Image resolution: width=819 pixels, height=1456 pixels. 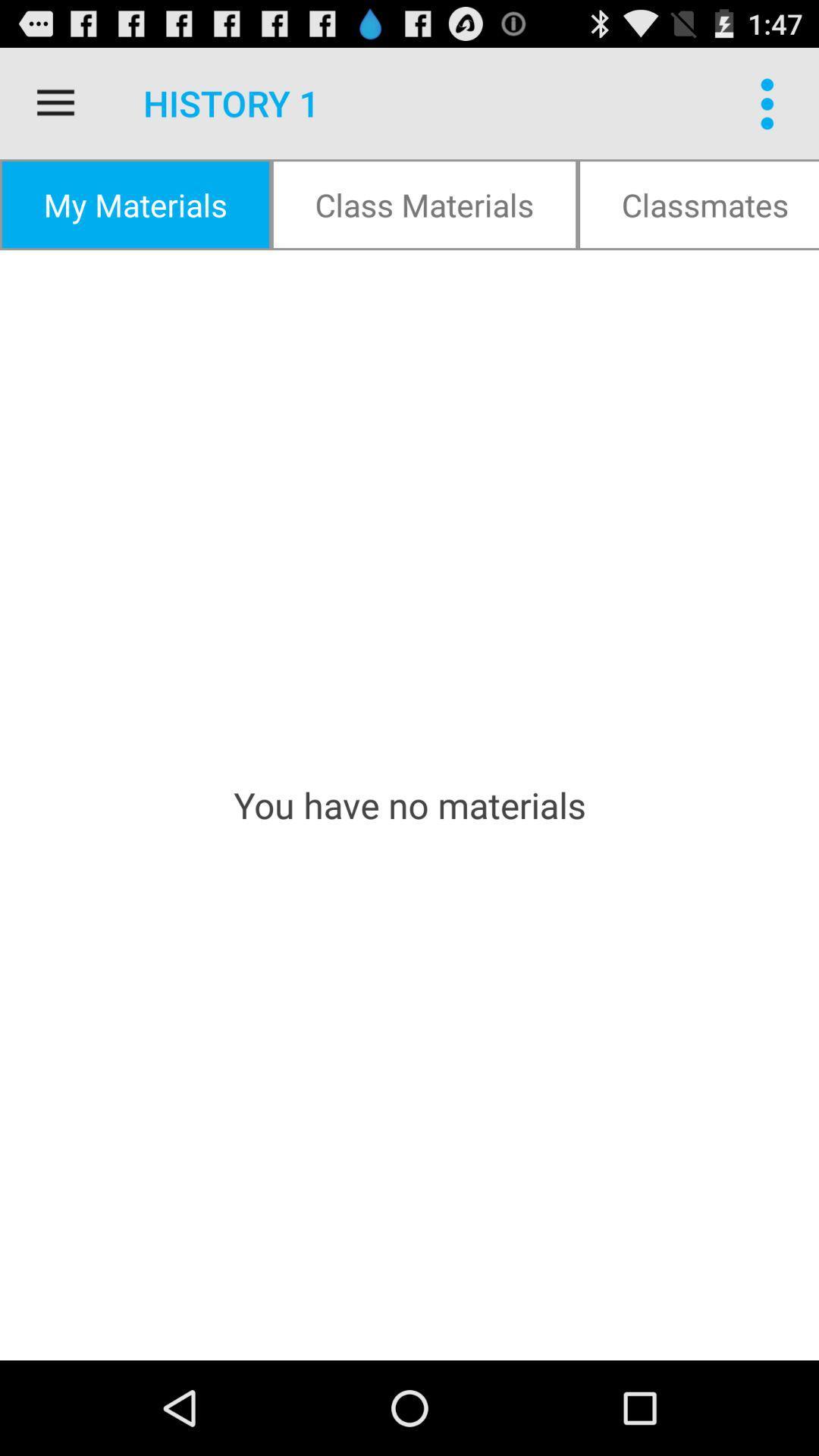 What do you see at coordinates (134, 203) in the screenshot?
I see `item above the you have no` at bounding box center [134, 203].